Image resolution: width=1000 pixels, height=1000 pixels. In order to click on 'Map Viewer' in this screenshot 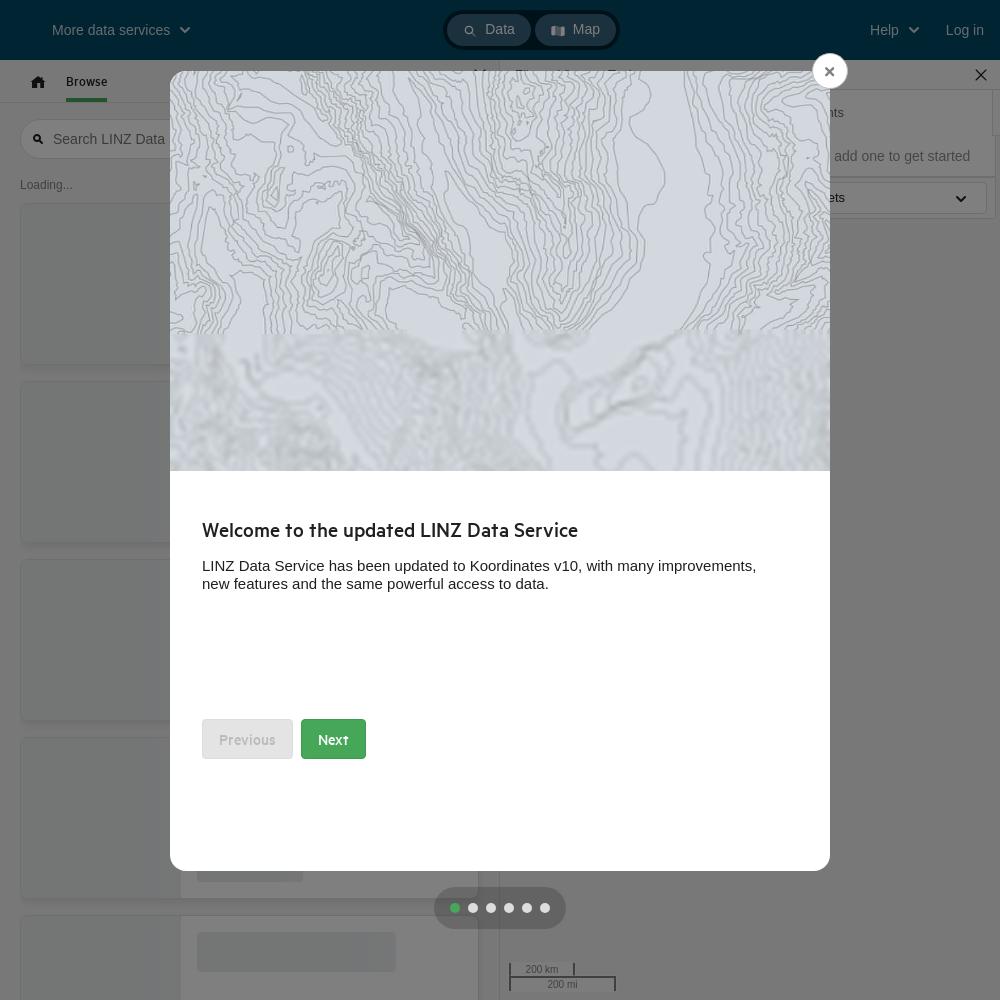, I will do `click(555, 111)`.